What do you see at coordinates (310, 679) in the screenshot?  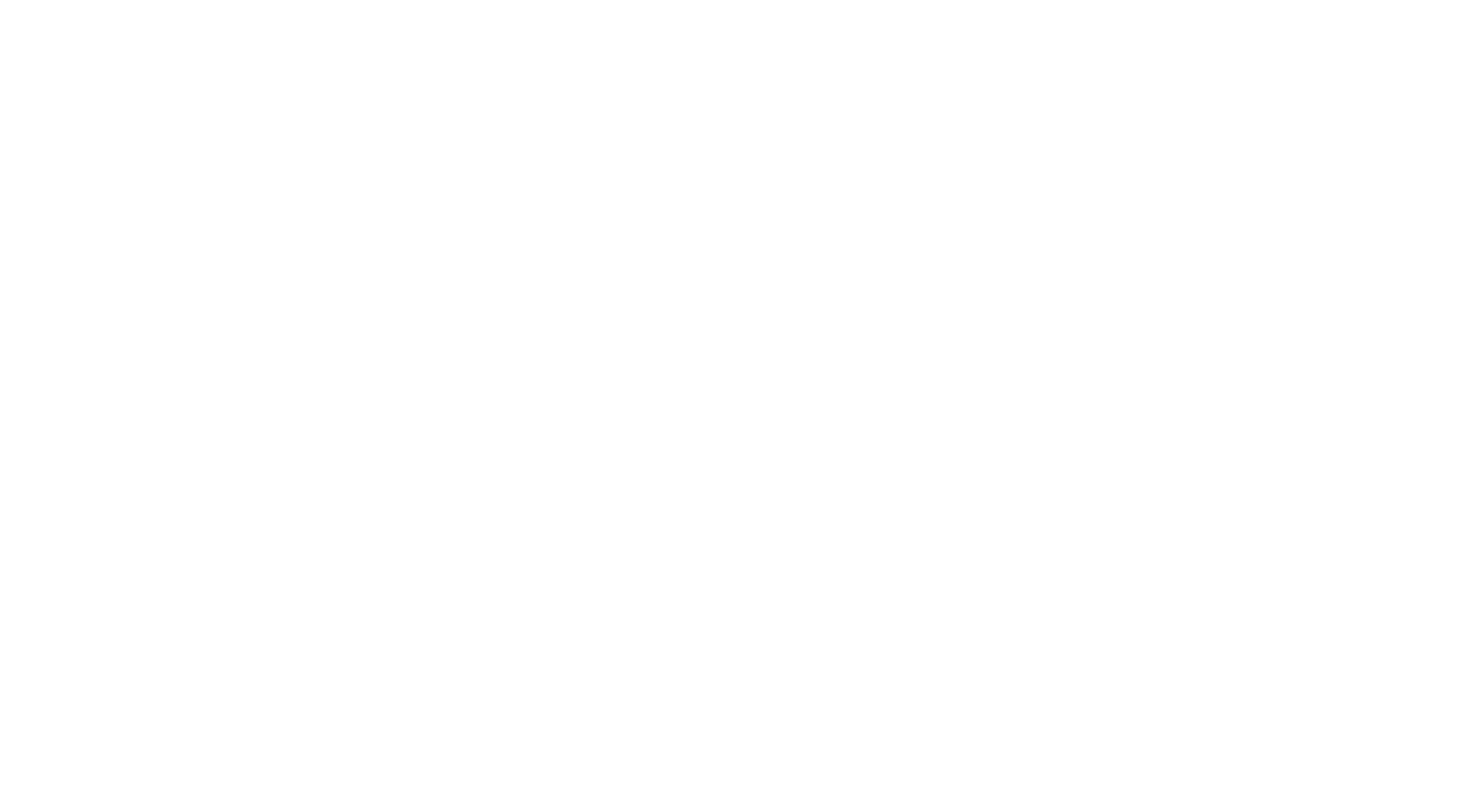 I see `'About'` at bounding box center [310, 679].